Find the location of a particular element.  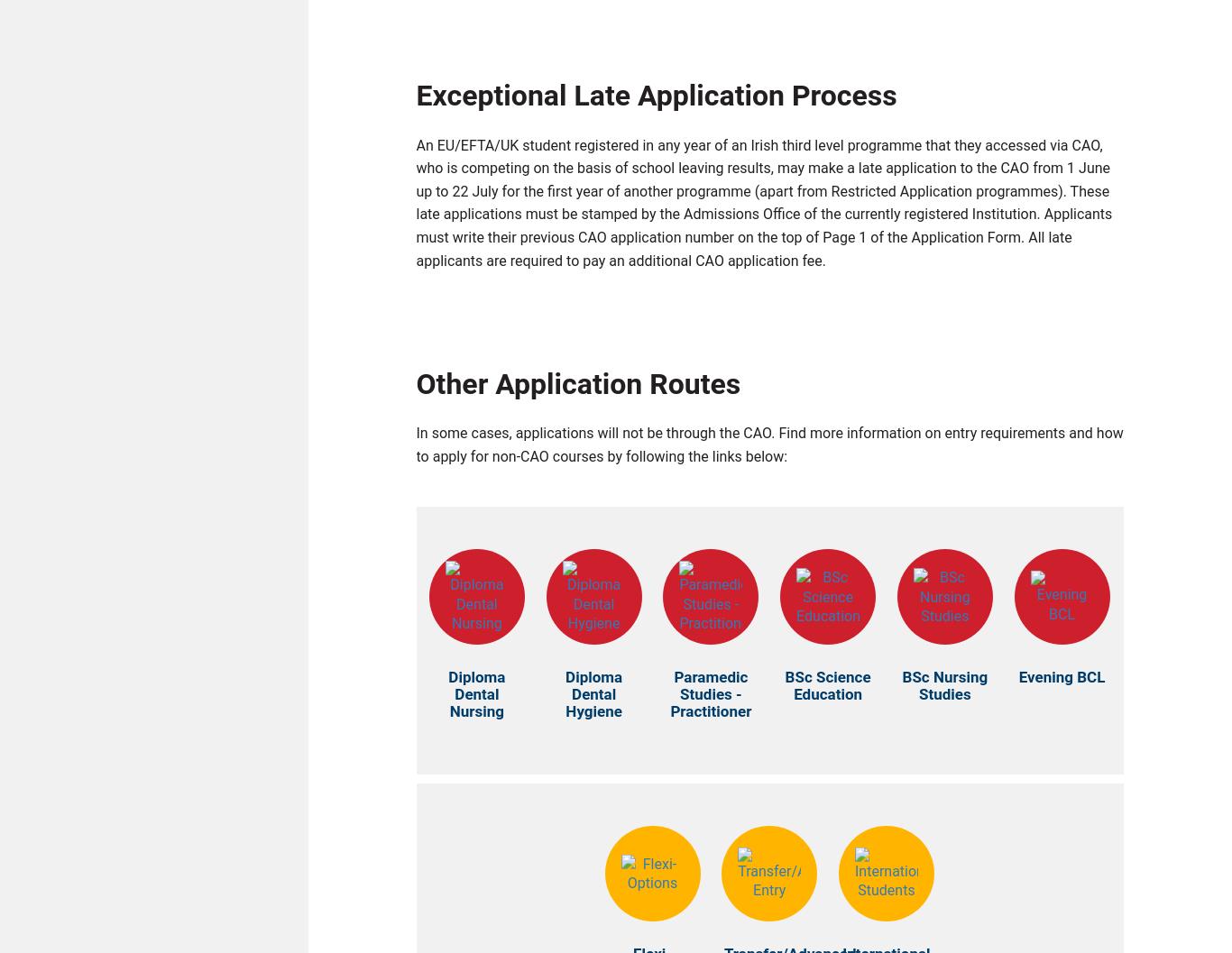

'Evening BCL' is located at coordinates (1061, 681).